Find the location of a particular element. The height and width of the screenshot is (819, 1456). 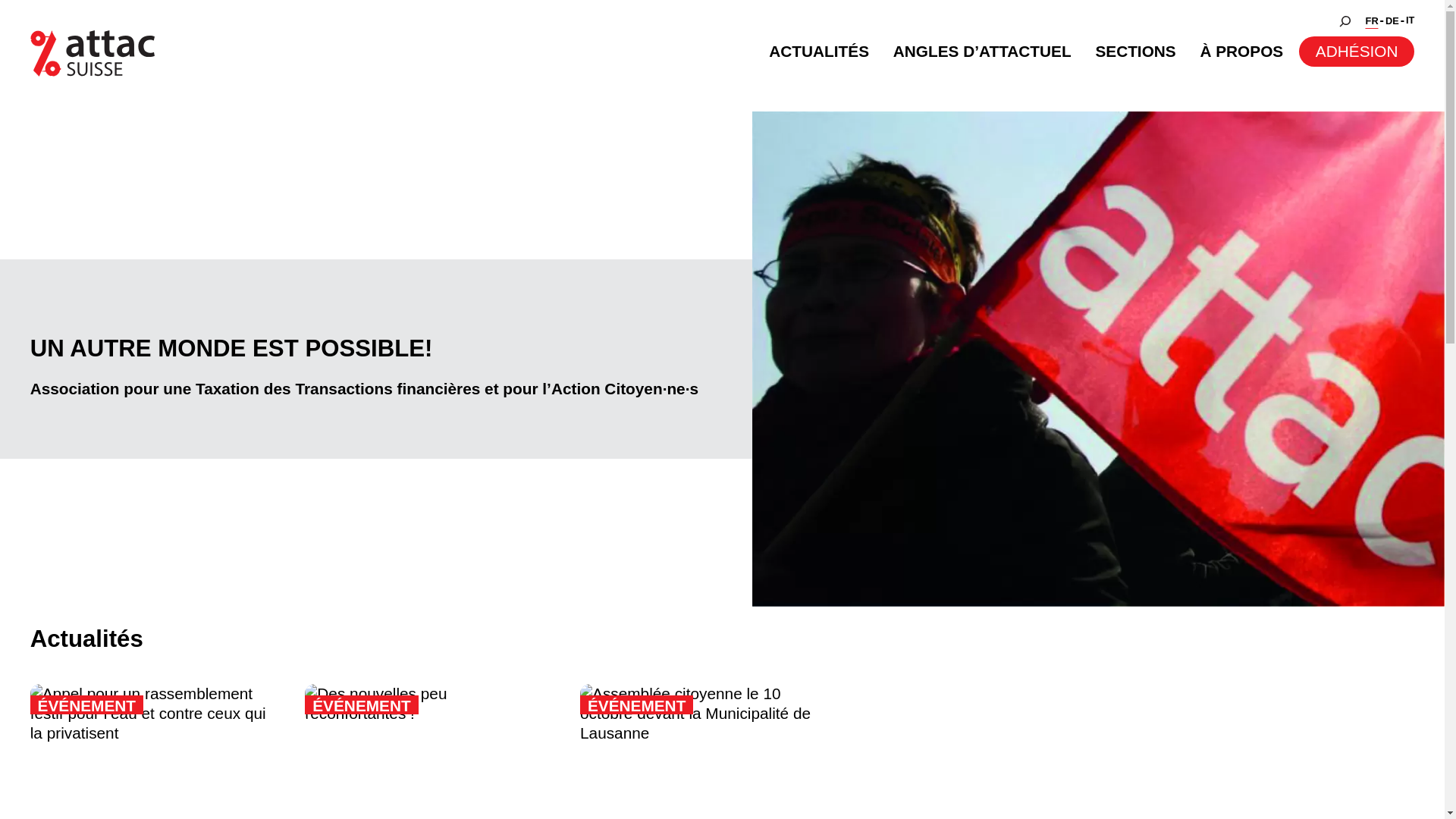

'IT' is located at coordinates (1409, 20).